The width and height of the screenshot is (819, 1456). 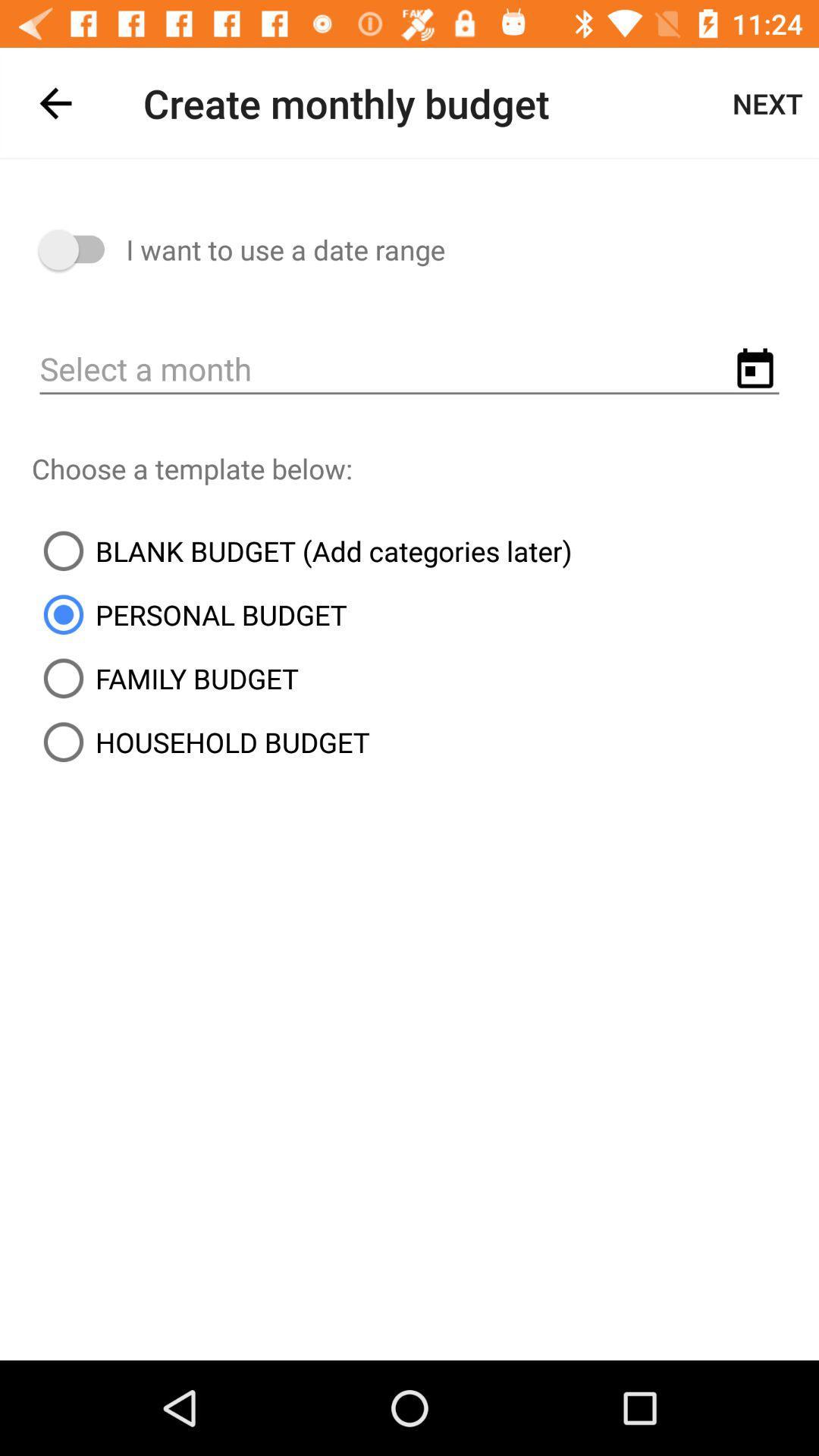 I want to click on month, so click(x=409, y=370).